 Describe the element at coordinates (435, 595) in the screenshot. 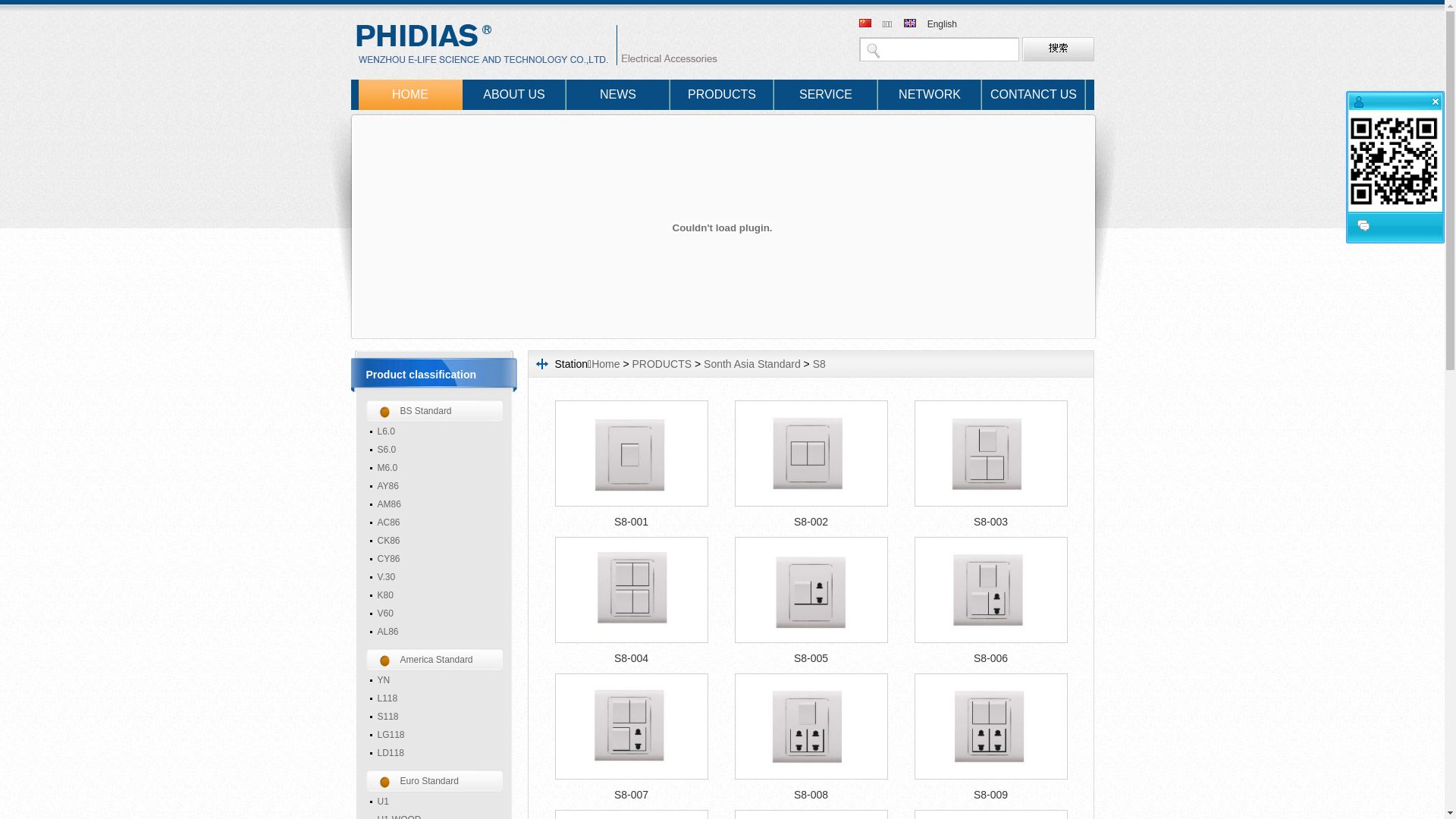

I see `'K80'` at that location.